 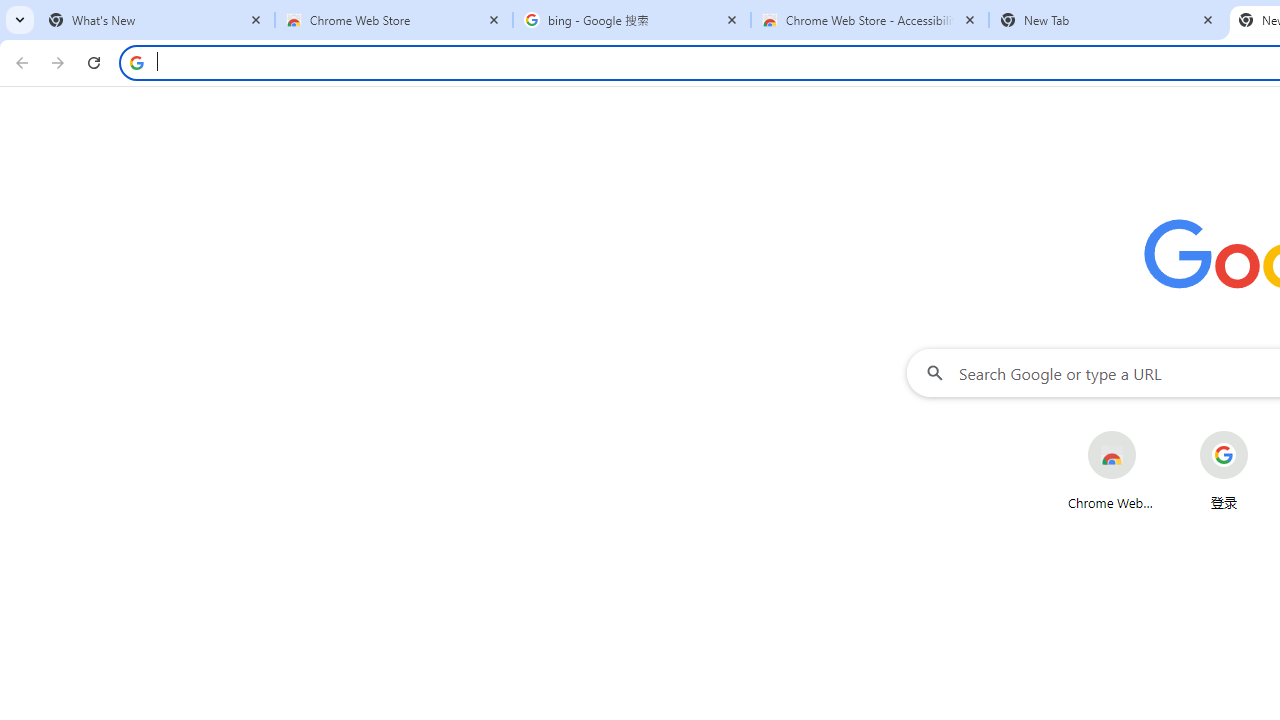 What do you see at coordinates (1107, 20) in the screenshot?
I see `'New Tab'` at bounding box center [1107, 20].